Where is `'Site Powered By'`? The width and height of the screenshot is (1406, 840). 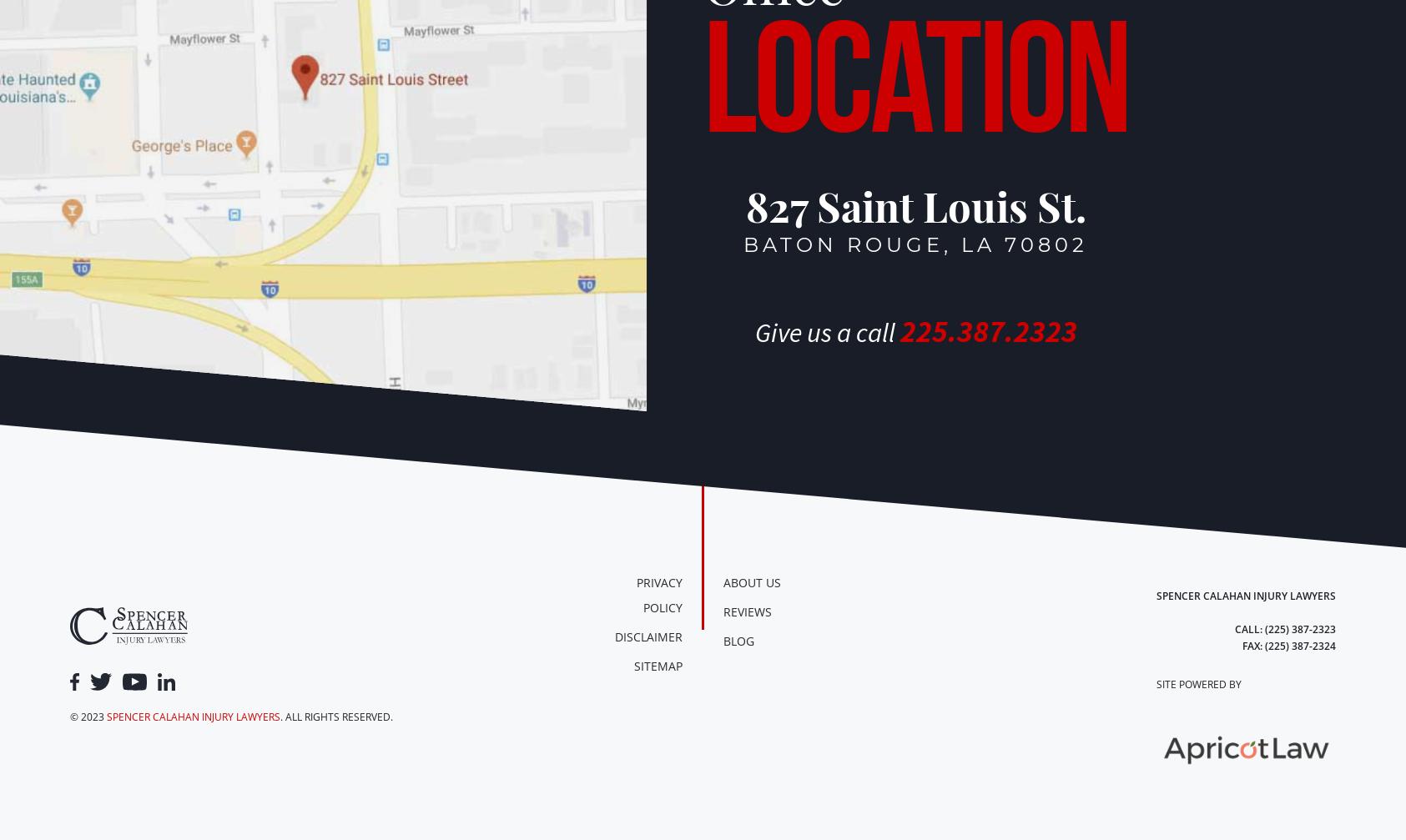 'Site Powered By' is located at coordinates (1197, 683).